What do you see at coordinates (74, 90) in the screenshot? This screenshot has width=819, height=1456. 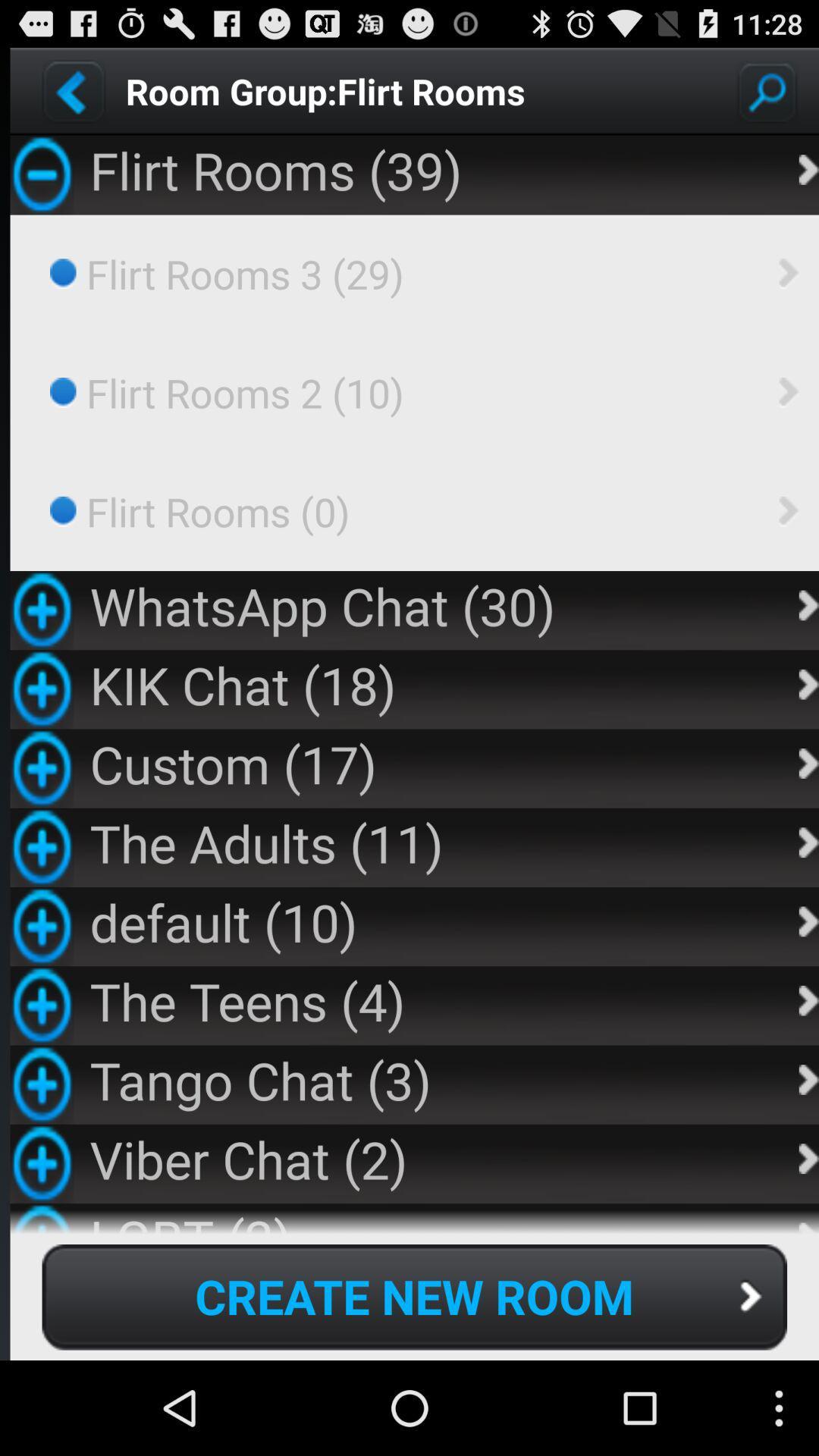 I see `go back` at bounding box center [74, 90].